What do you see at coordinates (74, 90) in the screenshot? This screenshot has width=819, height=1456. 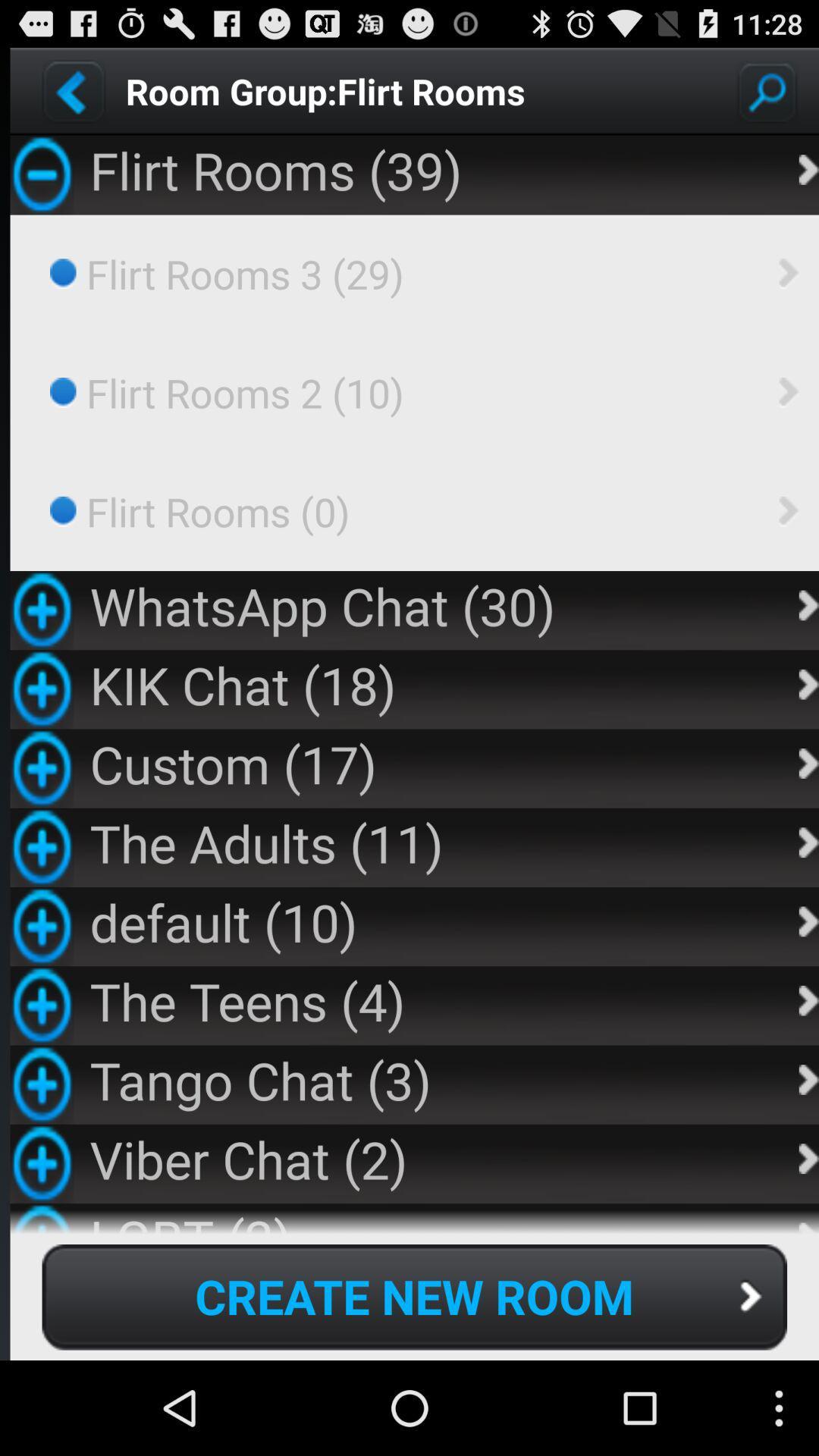 I see `go back` at bounding box center [74, 90].